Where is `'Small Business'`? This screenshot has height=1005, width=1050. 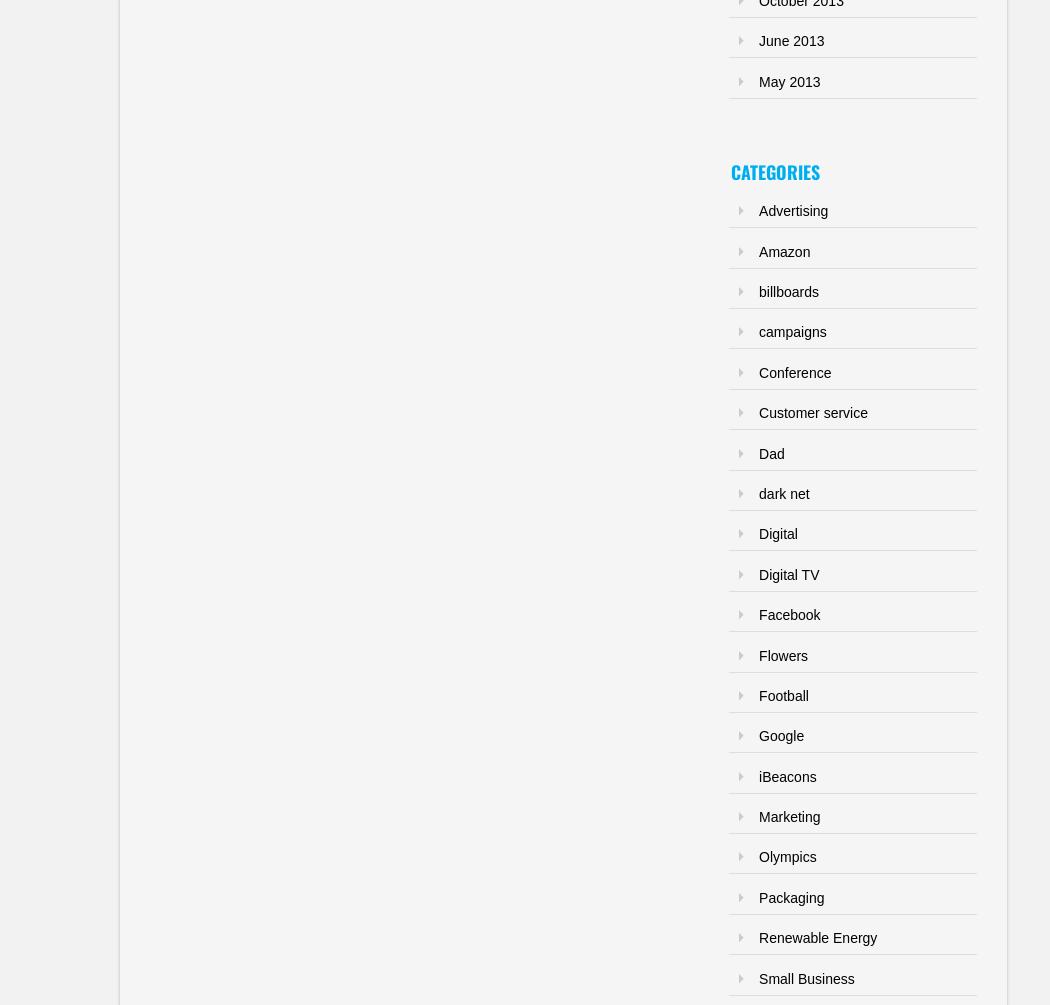
'Small Business' is located at coordinates (805, 976).